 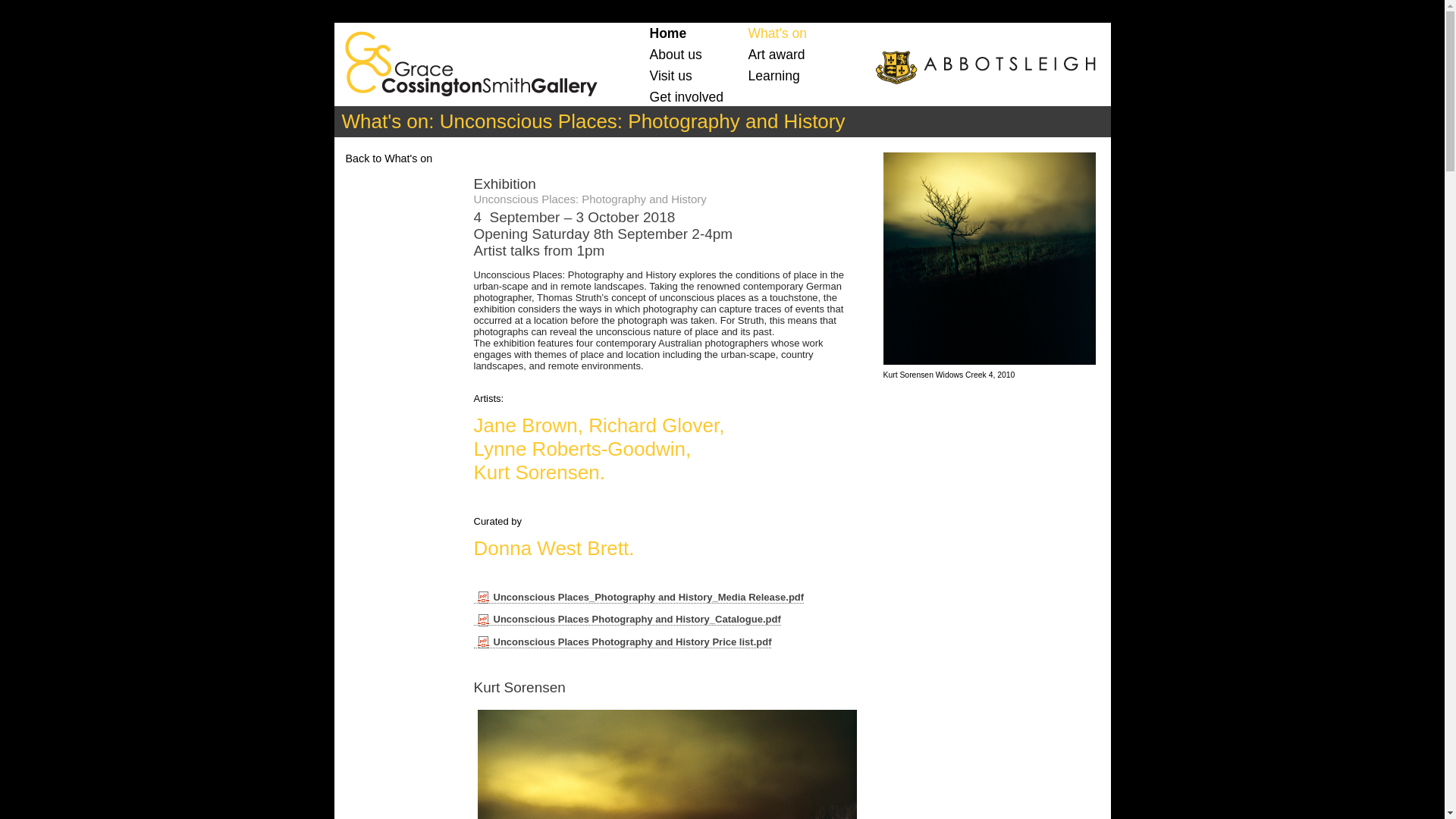 What do you see at coordinates (675, 54) in the screenshot?
I see `'About us'` at bounding box center [675, 54].